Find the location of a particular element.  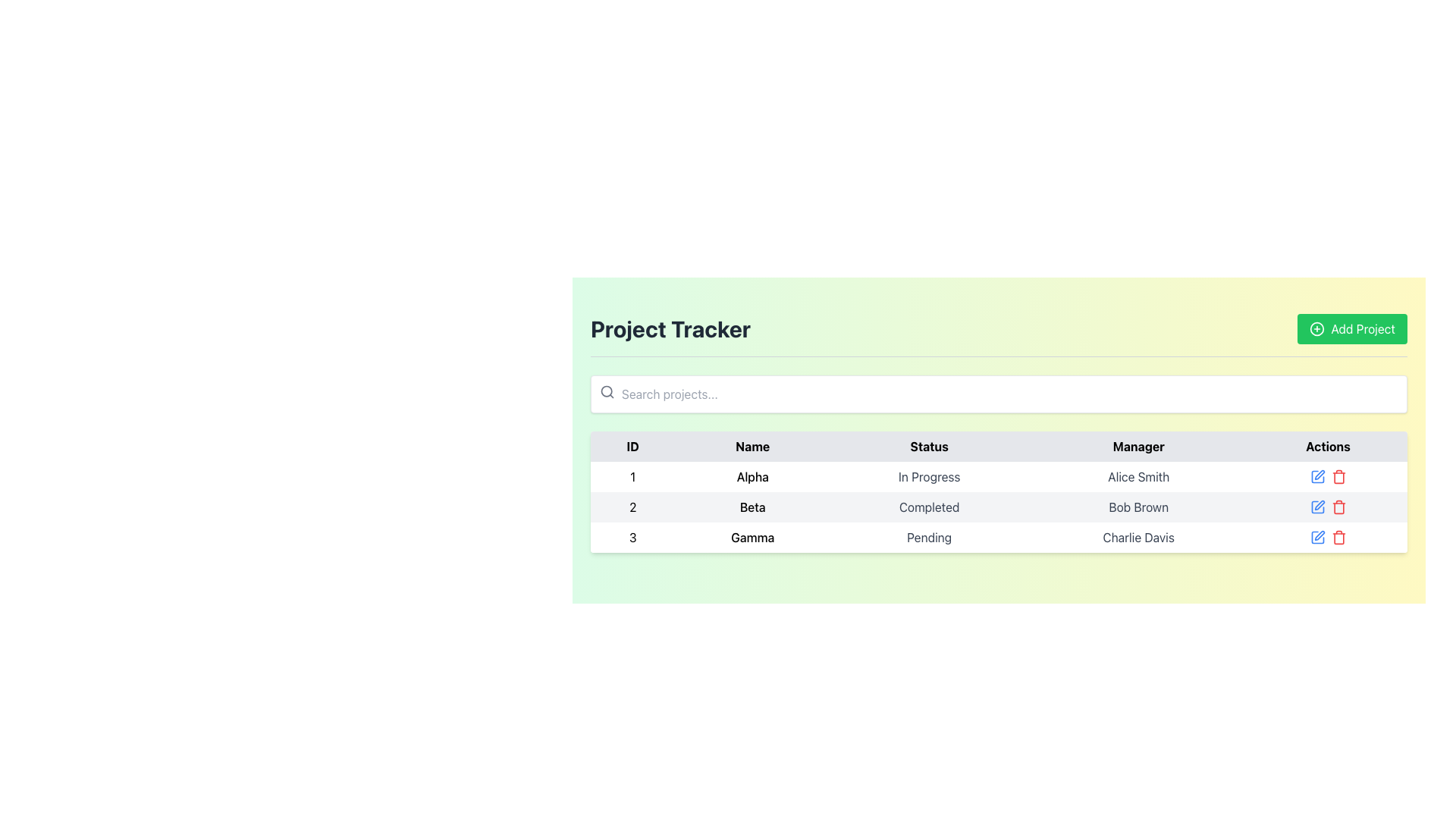

the Text Display element that shows the identifier number for the entry in the second row of the table under the 'ID' column is located at coordinates (632, 507).